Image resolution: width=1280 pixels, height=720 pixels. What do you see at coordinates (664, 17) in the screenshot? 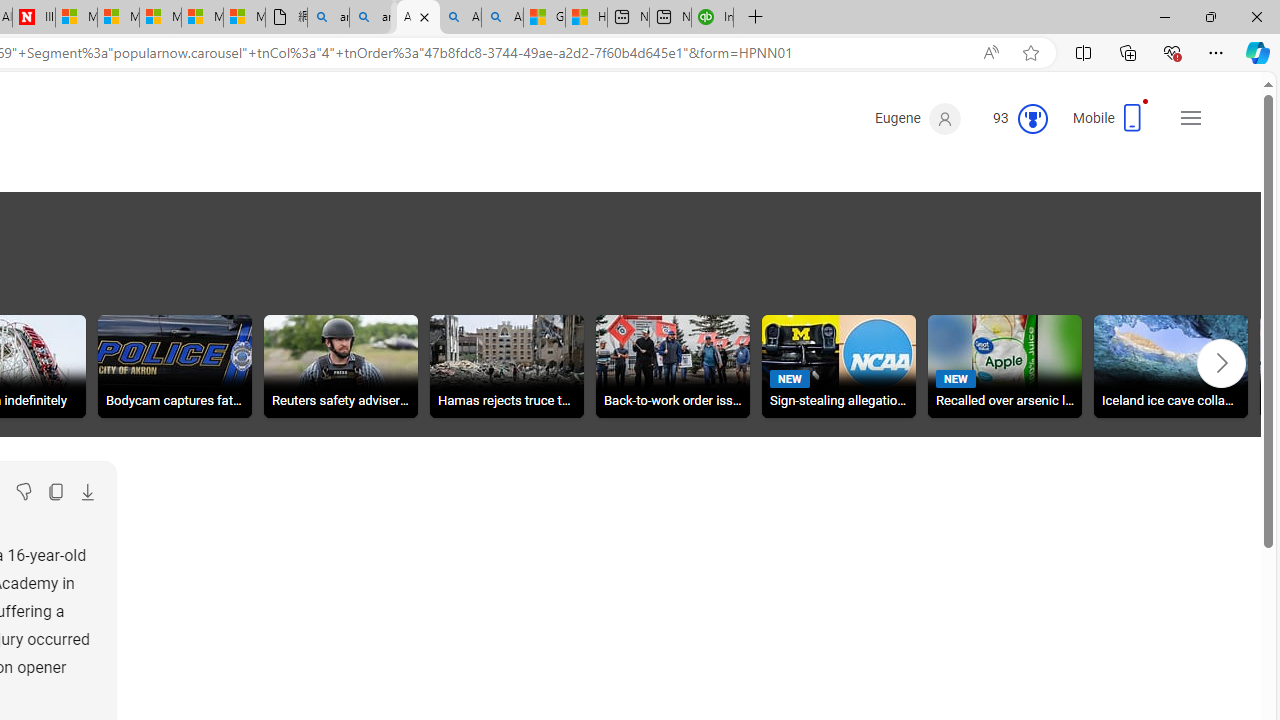
I see `'Intuit QuickBooks Online - Quickbooks'` at bounding box center [664, 17].